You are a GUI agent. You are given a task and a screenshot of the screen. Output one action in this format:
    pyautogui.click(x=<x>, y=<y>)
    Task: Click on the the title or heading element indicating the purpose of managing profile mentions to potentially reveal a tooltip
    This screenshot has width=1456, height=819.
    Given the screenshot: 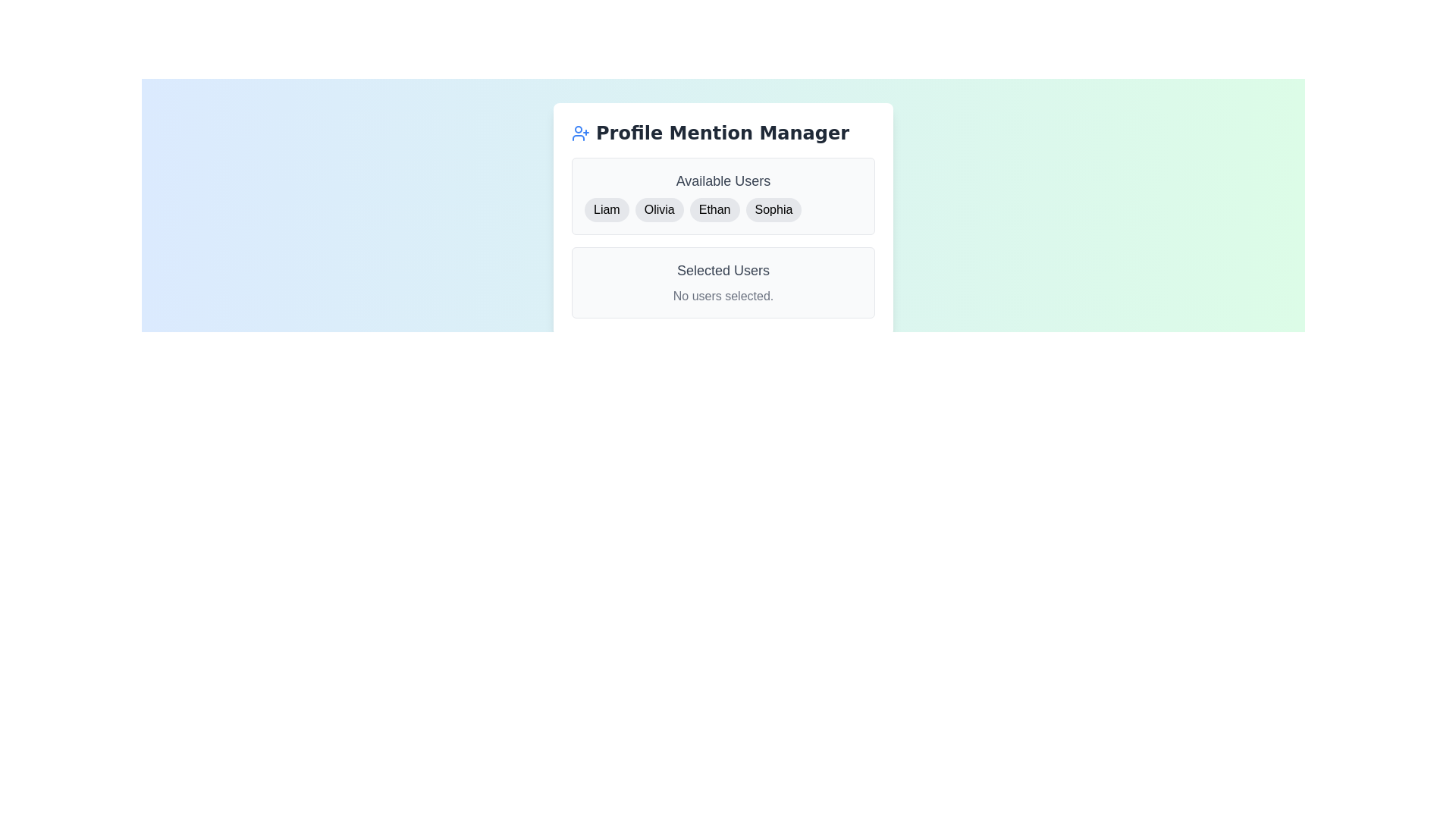 What is the action you would take?
    pyautogui.click(x=723, y=133)
    